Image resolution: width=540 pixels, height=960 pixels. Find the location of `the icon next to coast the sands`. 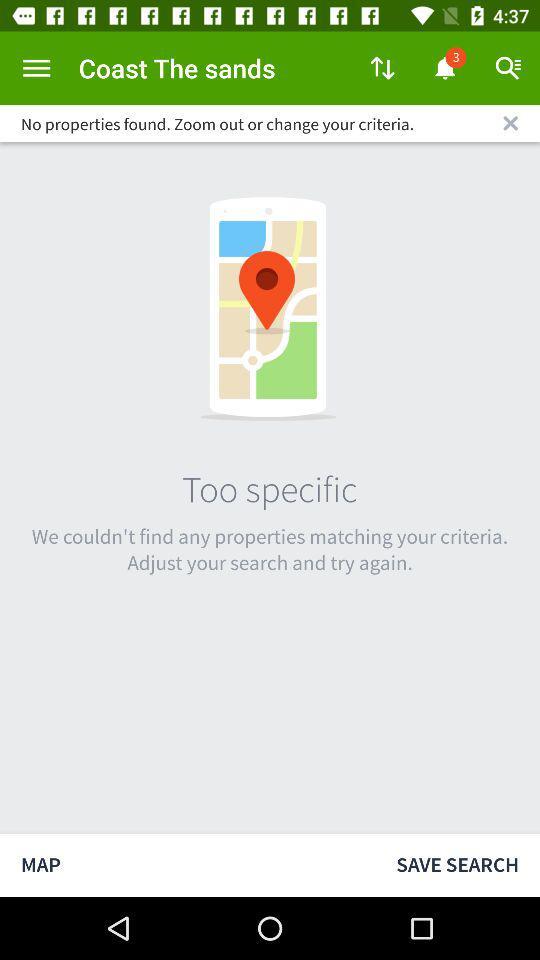

the icon next to coast the sands is located at coordinates (382, 68).